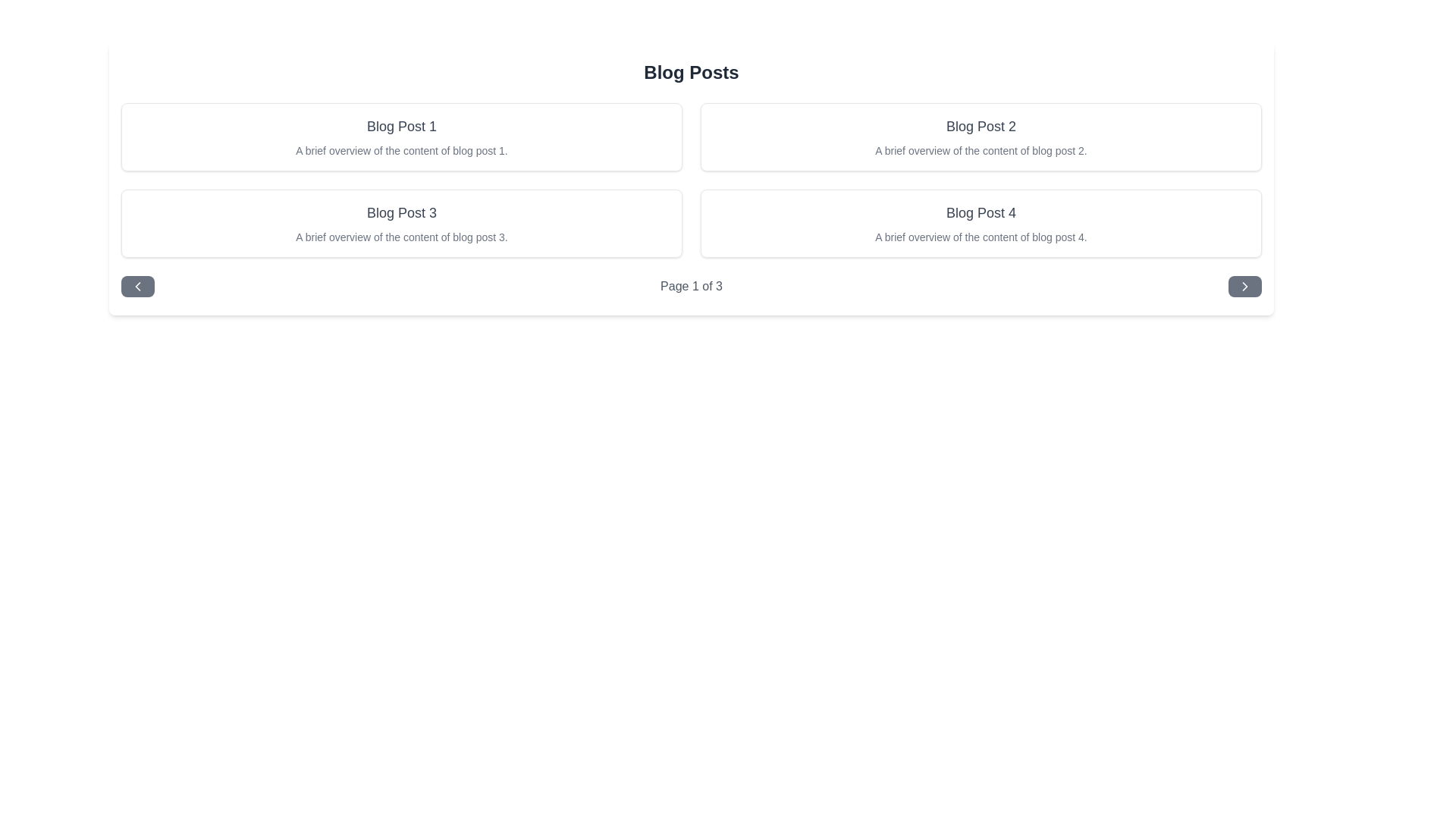 The width and height of the screenshot is (1456, 819). Describe the element at coordinates (401, 151) in the screenshot. I see `the text label that provides a descriptive summary for the blog post titled 'Blog Post 1', located below the title within the top-left card of a grid layout` at that location.